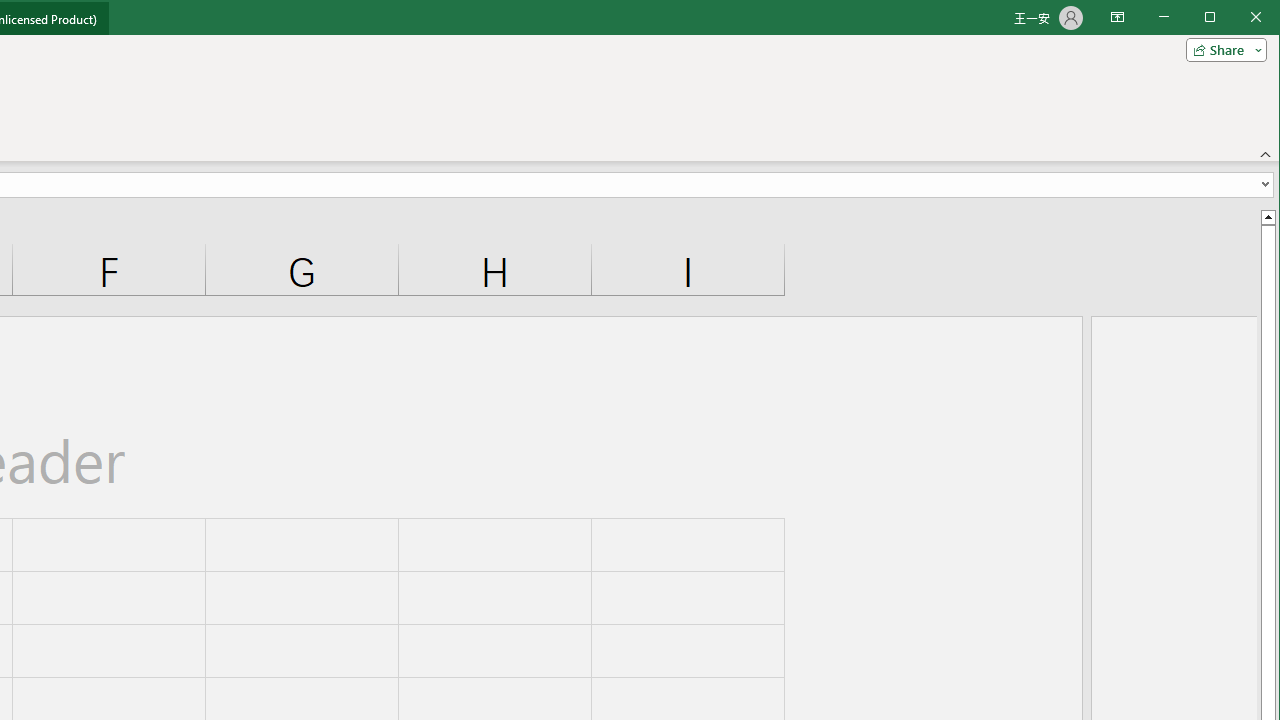  Describe the element at coordinates (1238, 19) in the screenshot. I see `'Maximize'` at that location.